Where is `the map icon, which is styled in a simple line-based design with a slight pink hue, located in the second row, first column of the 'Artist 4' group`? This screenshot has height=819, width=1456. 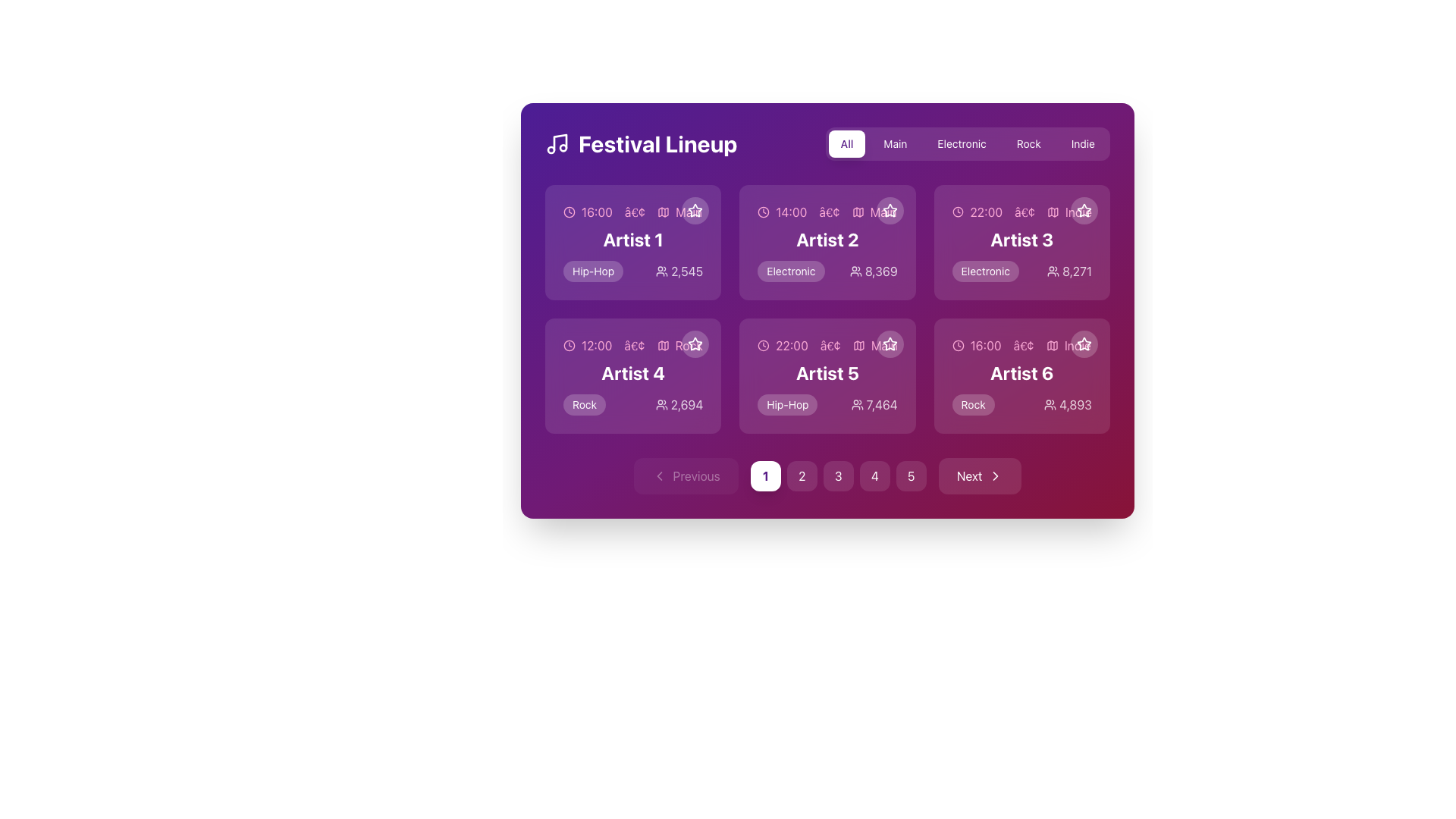 the map icon, which is styled in a simple line-based design with a slight pink hue, located in the second row, first column of the 'Artist 4' group is located at coordinates (663, 345).